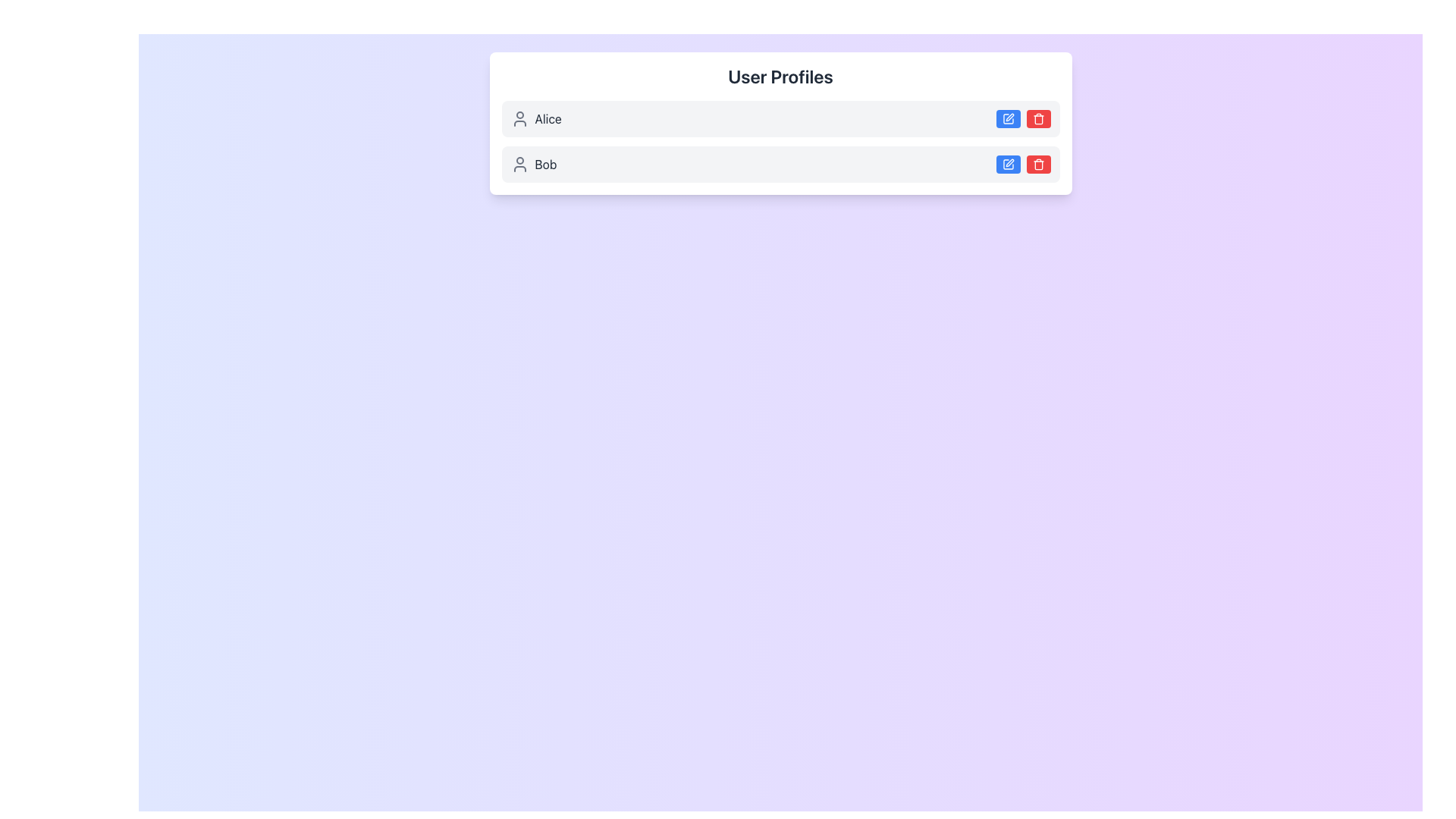 This screenshot has height=819, width=1456. What do you see at coordinates (546, 164) in the screenshot?
I see `text displayed in the username label of the user profile, which is the second item in a vertical list of user profiles, aligned to the right of the user icon` at bounding box center [546, 164].